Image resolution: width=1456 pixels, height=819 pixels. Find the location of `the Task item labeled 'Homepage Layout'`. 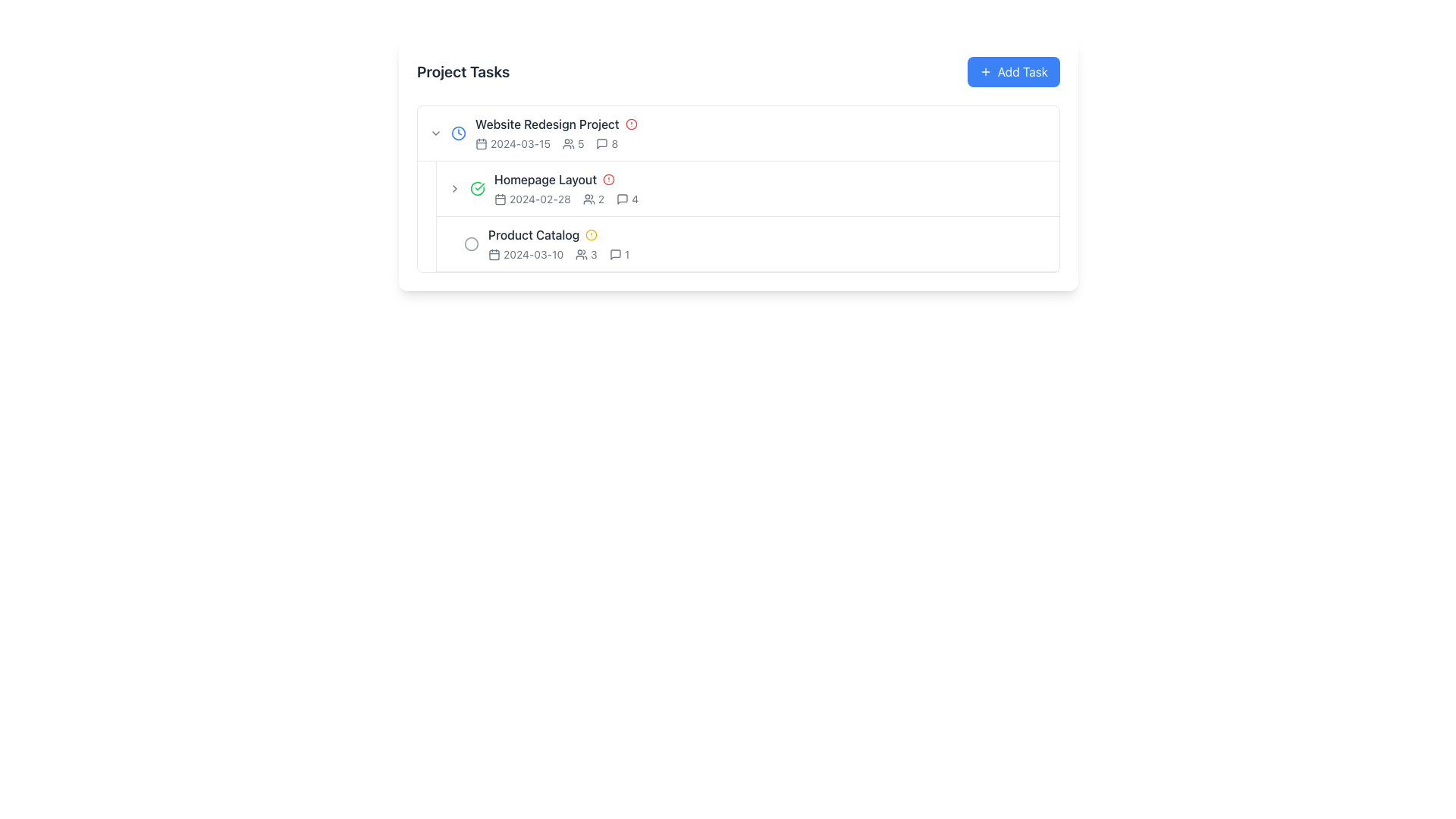

the Task item labeled 'Homepage Layout' is located at coordinates (747, 216).